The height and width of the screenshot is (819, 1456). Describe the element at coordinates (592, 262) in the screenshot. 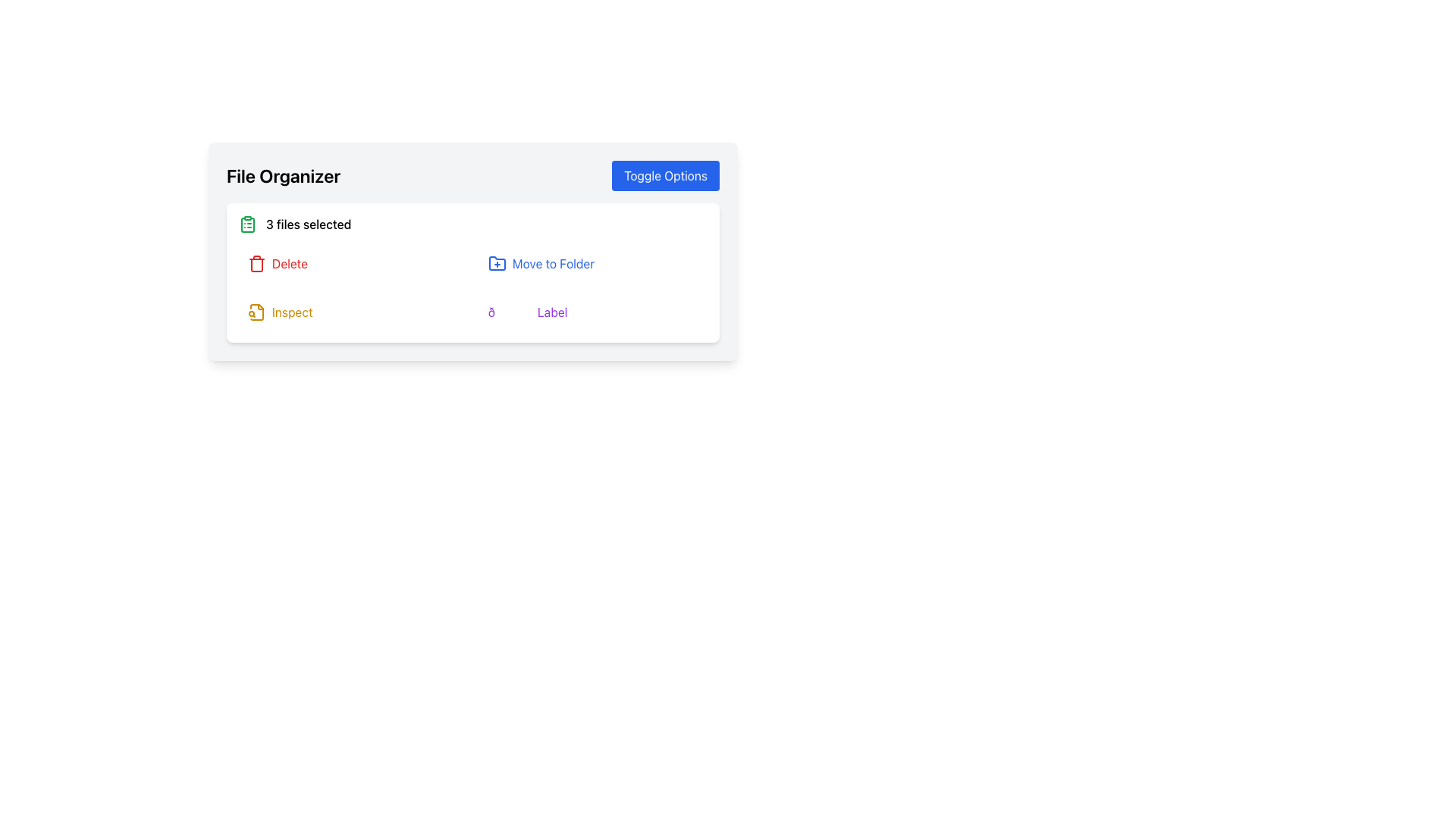

I see `the button located to the right of the 'Delete' button in the first row of the grid layout to initiate the move action` at that location.